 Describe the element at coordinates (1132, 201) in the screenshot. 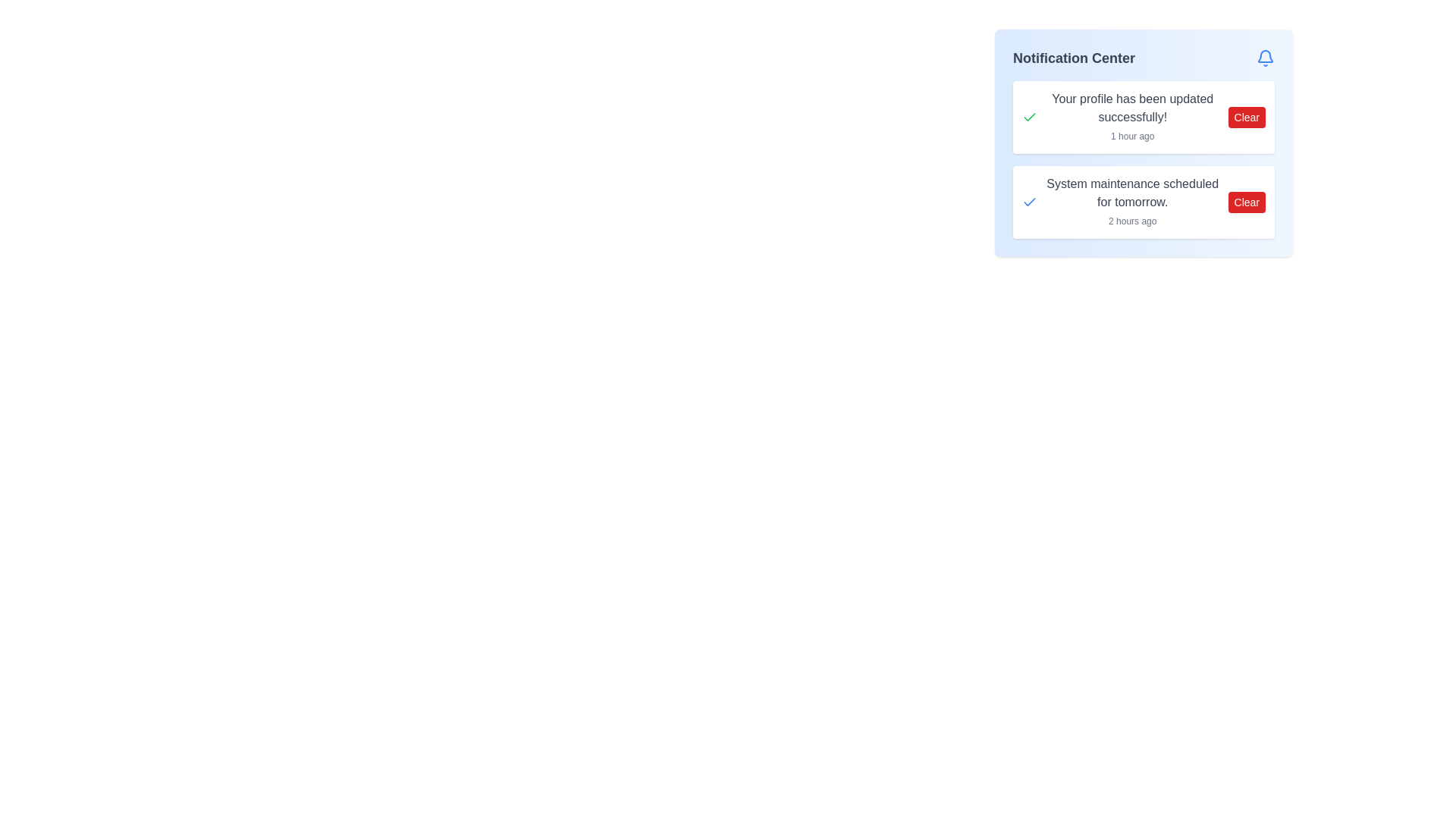

I see `notification content displayed in the second notification card below the 'Your profile has been updated successfully!' card, located to the left of the 'Clear' button` at that location.